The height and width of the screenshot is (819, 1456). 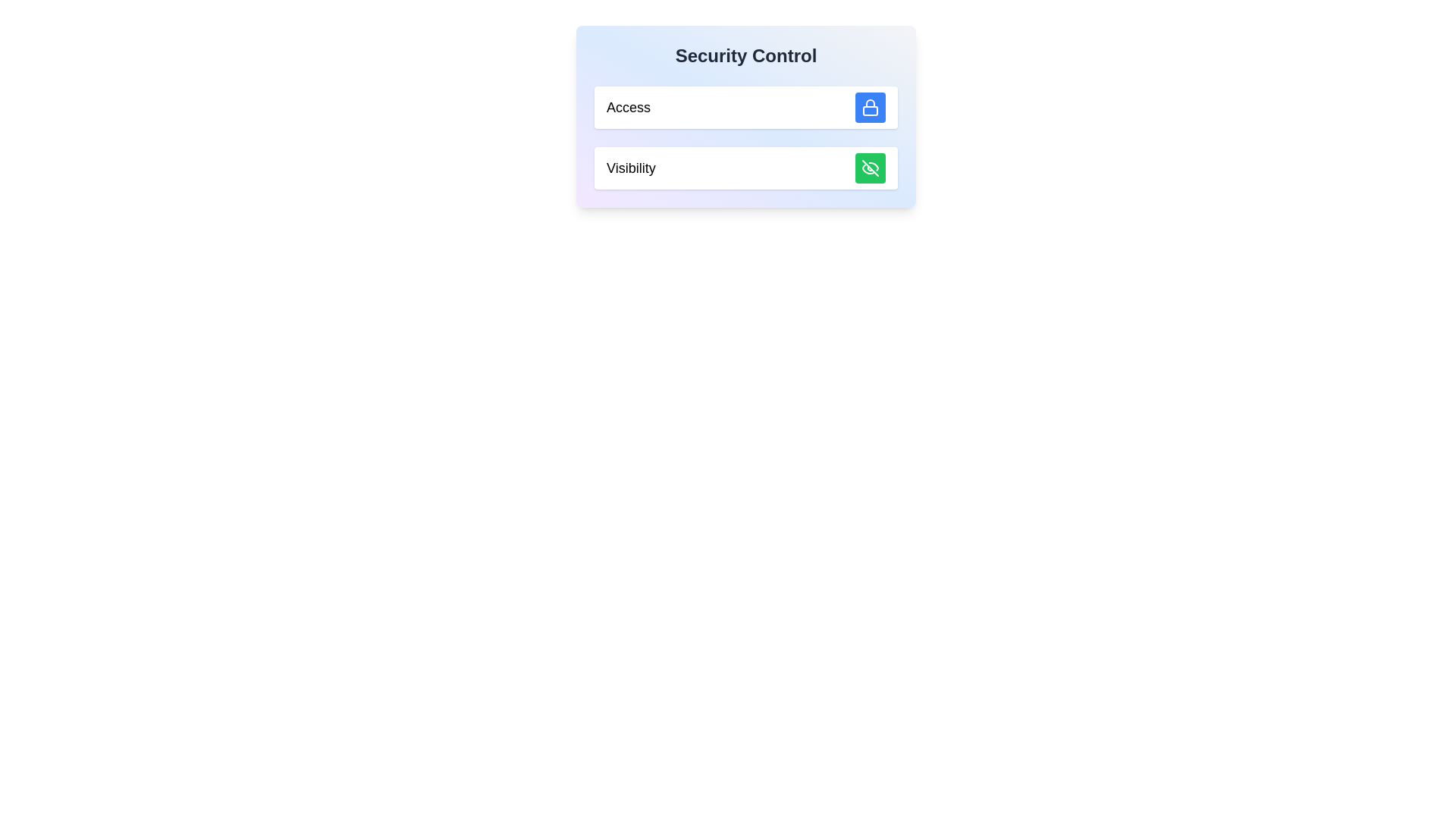 I want to click on the SVG Icon representing access control located next to the 'Access' label in the 'Security Control' section, so click(x=870, y=107).